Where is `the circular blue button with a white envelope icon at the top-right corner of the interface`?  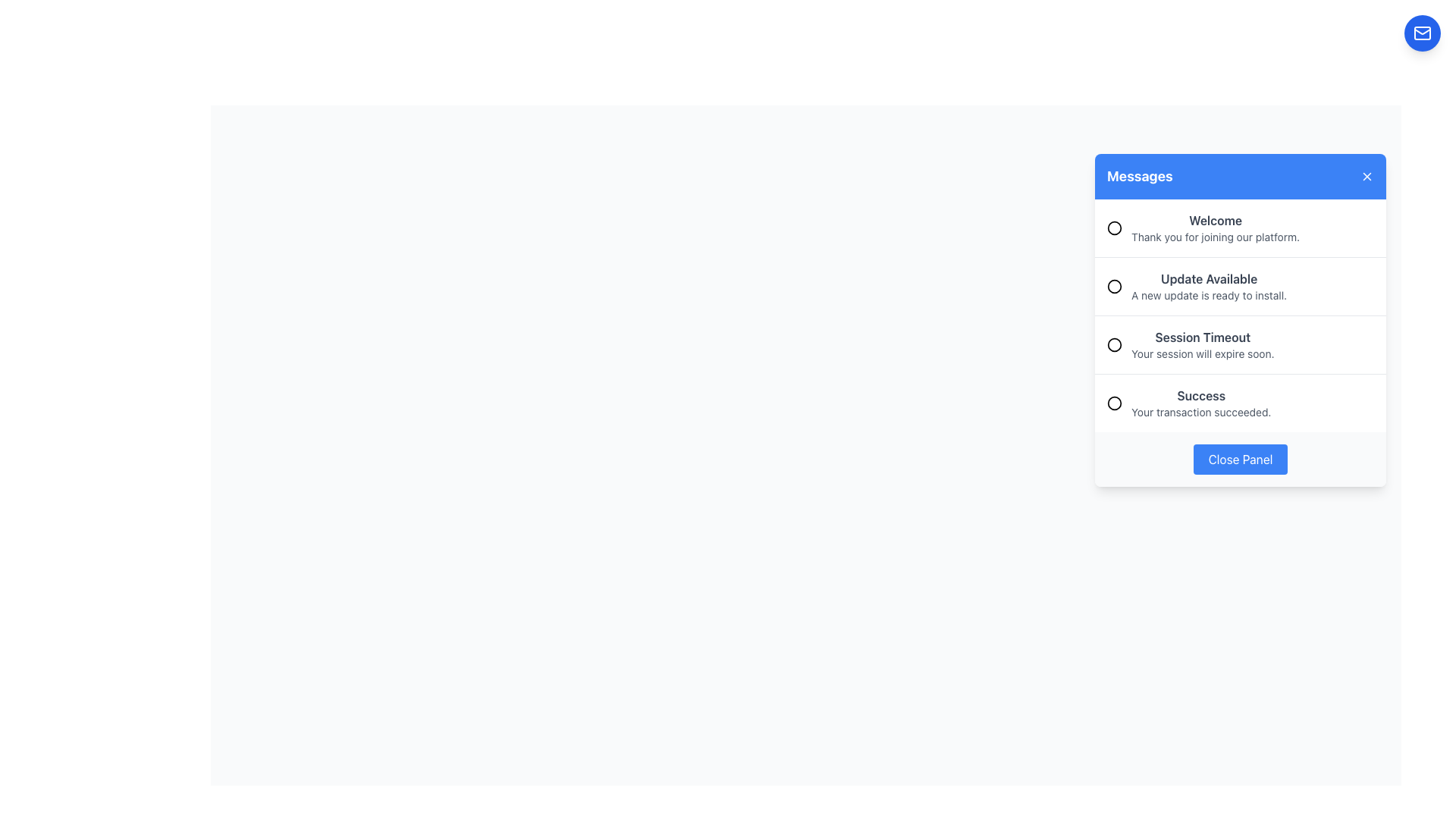
the circular blue button with a white envelope icon at the top-right corner of the interface is located at coordinates (1422, 33).